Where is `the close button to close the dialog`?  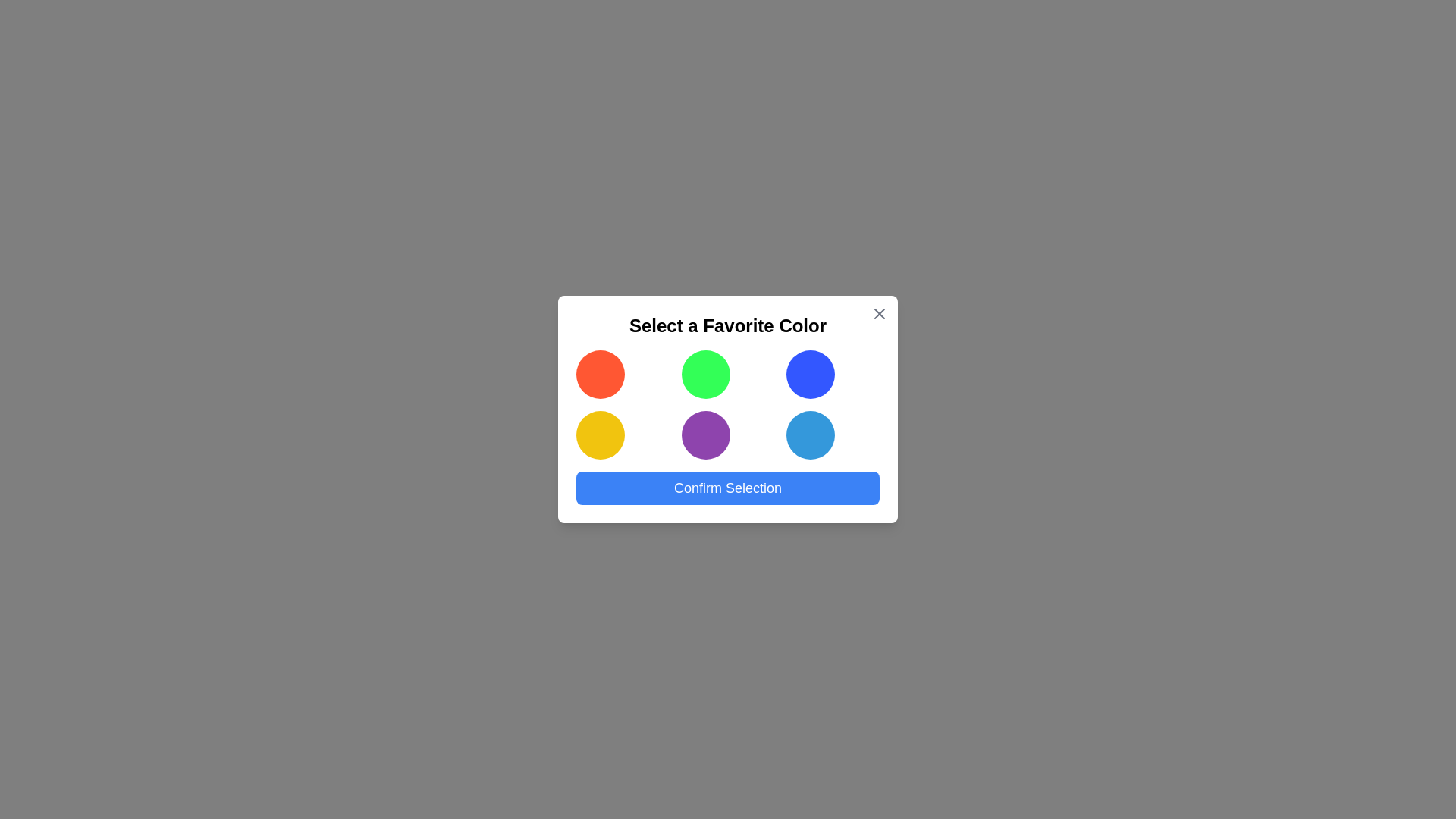 the close button to close the dialog is located at coordinates (880, 312).